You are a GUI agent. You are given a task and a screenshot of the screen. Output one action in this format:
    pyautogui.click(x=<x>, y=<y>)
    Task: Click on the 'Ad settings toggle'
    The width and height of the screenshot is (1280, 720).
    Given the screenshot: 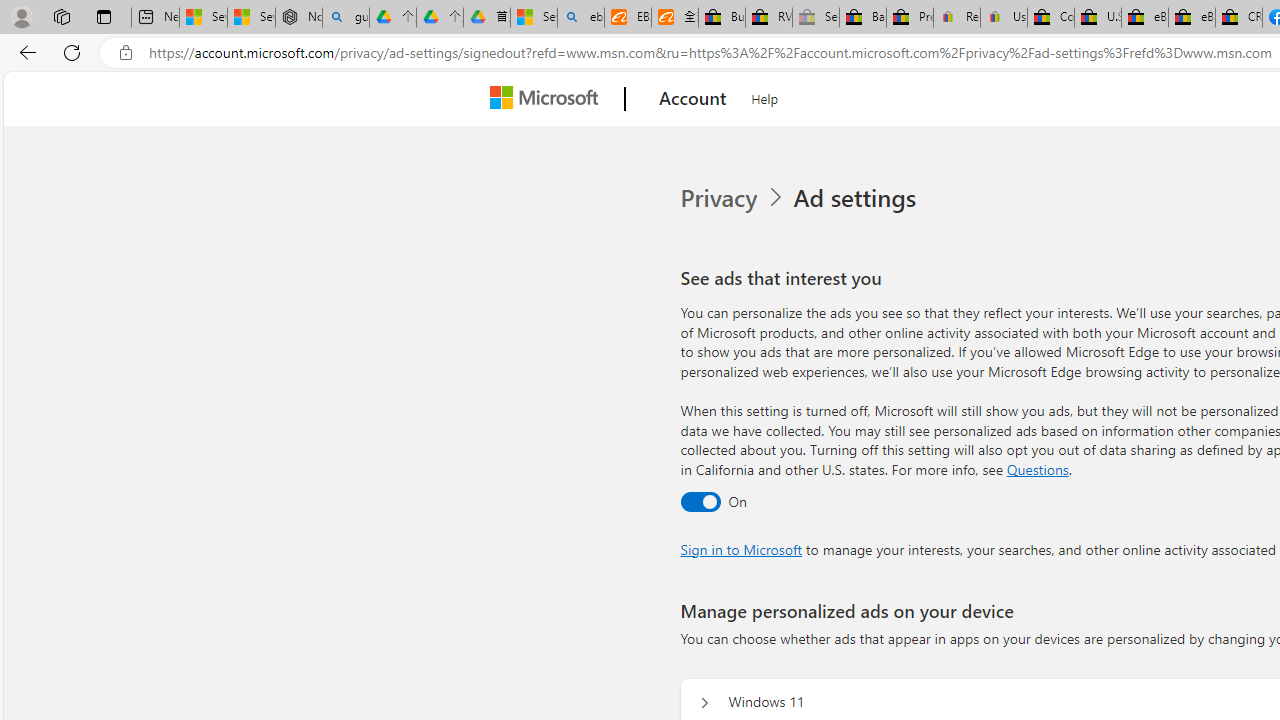 What is the action you would take?
    pyautogui.click(x=700, y=500)
    